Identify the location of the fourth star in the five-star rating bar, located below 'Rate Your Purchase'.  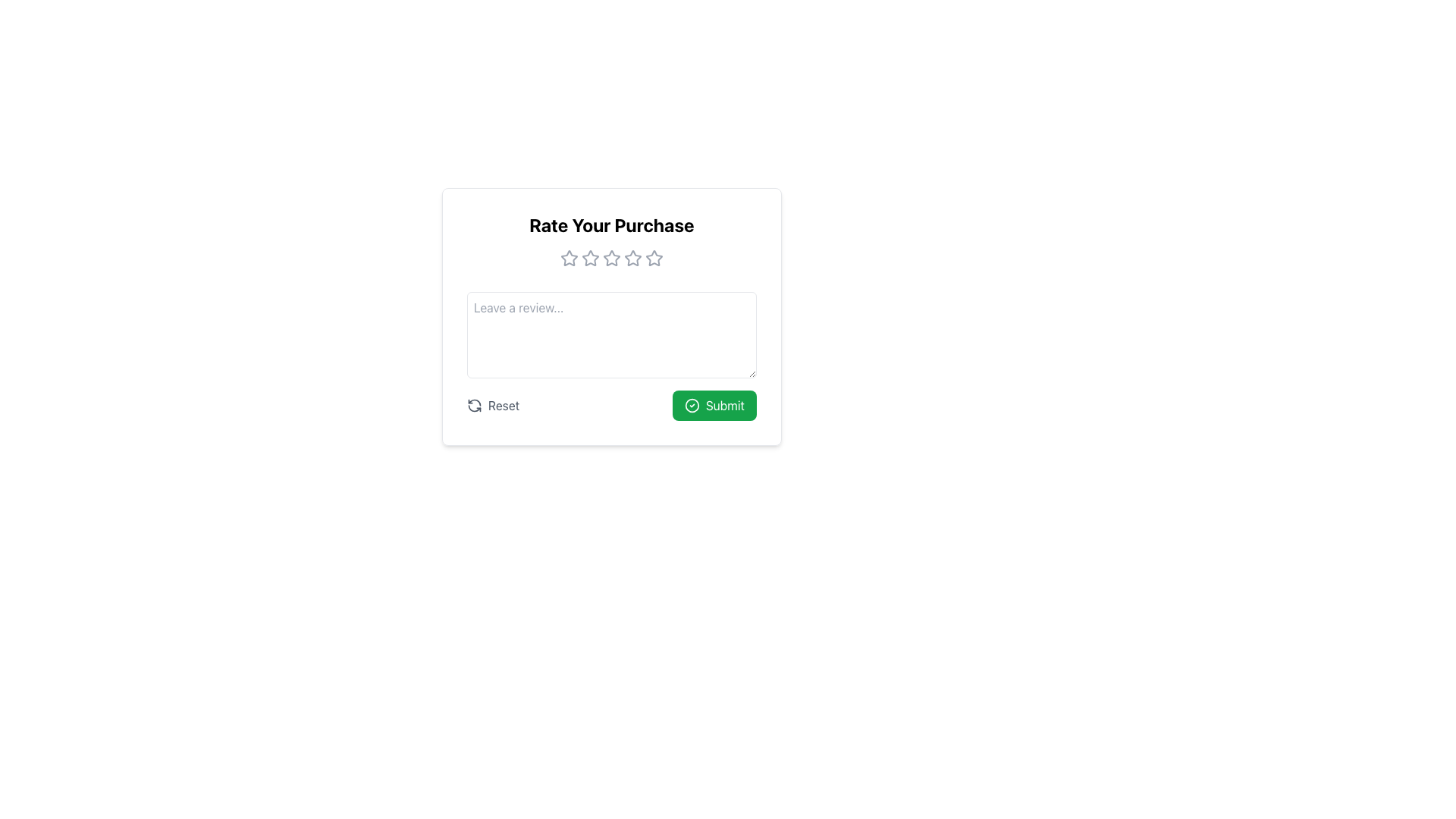
(633, 257).